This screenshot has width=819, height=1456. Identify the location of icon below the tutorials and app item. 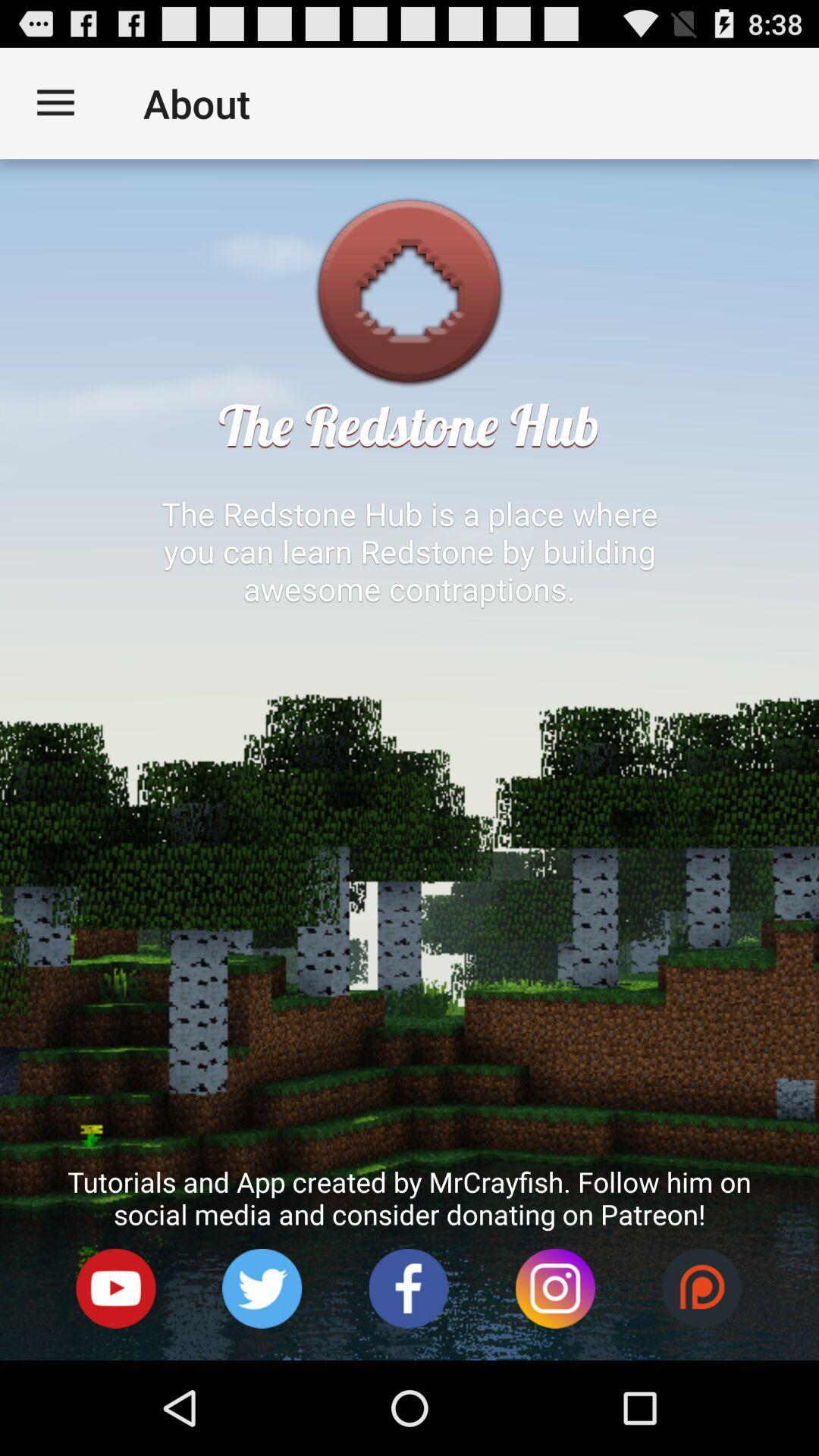
(702, 1288).